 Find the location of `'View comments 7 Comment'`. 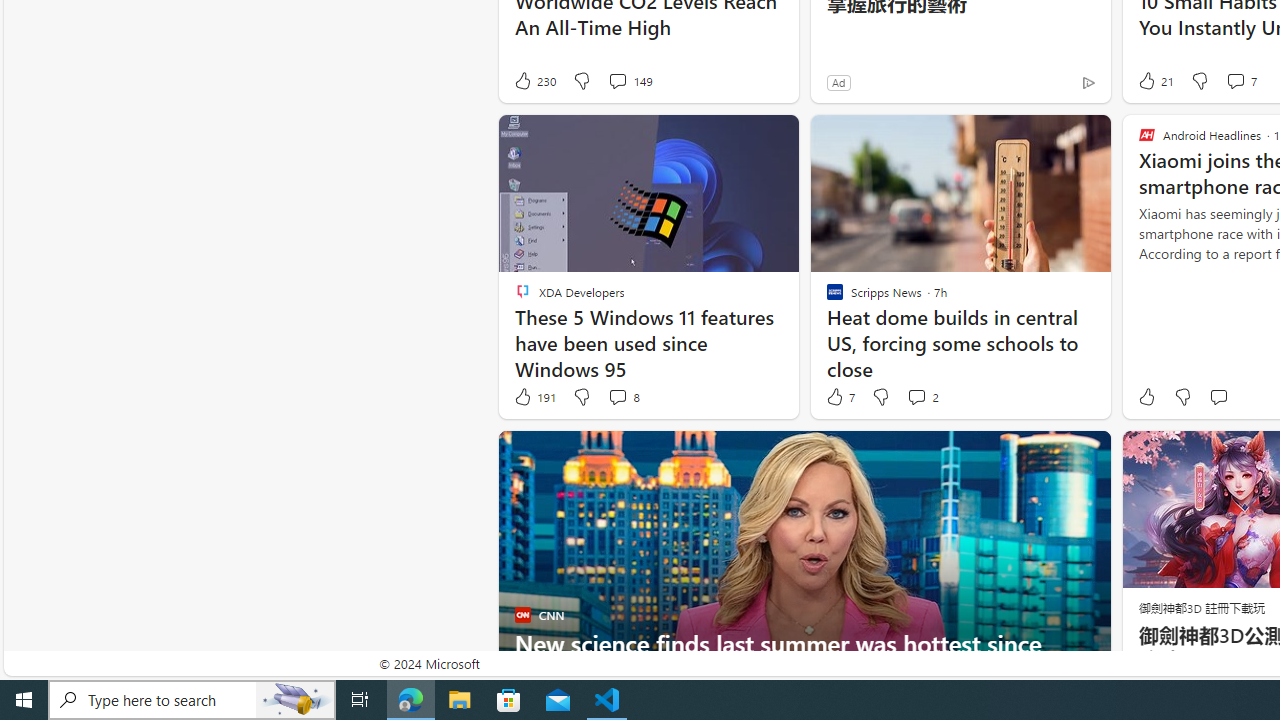

'View comments 7 Comment' is located at coordinates (1234, 80).